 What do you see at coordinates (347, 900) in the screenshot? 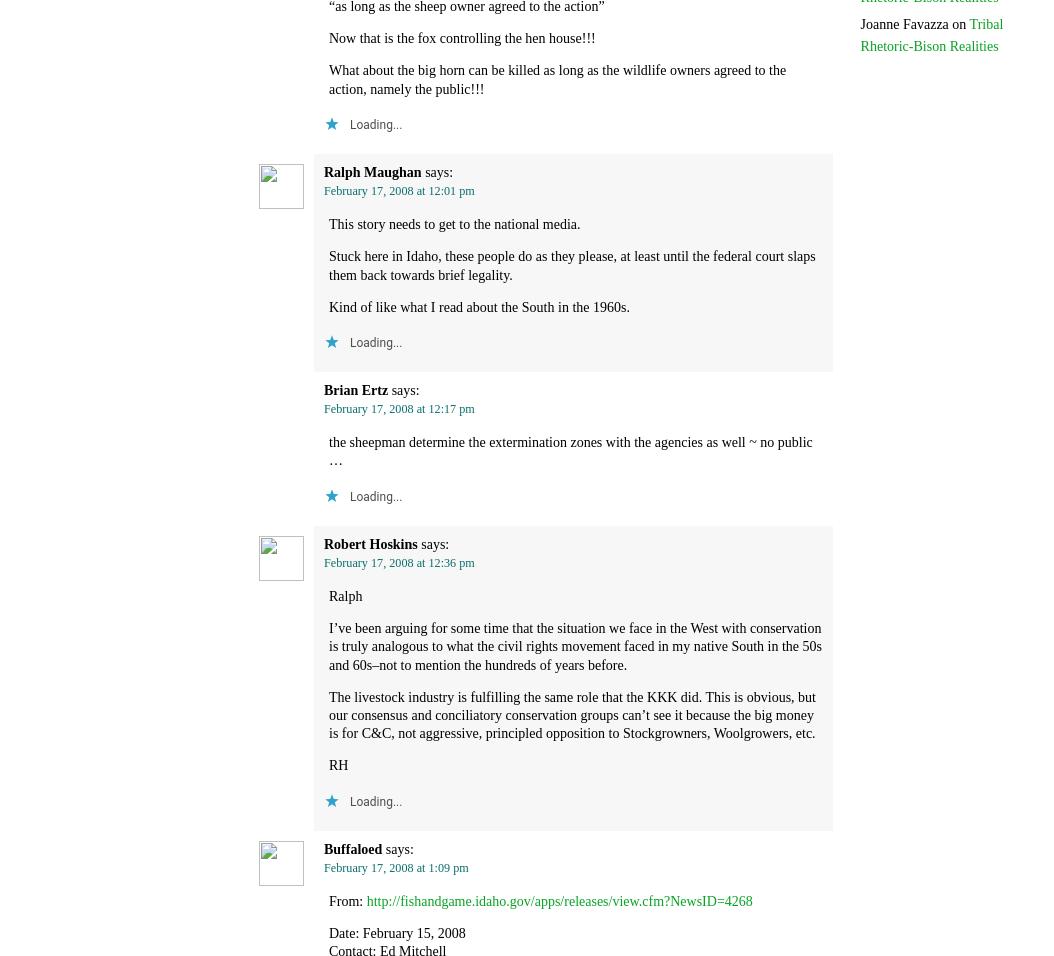
I see `'From:'` at bounding box center [347, 900].